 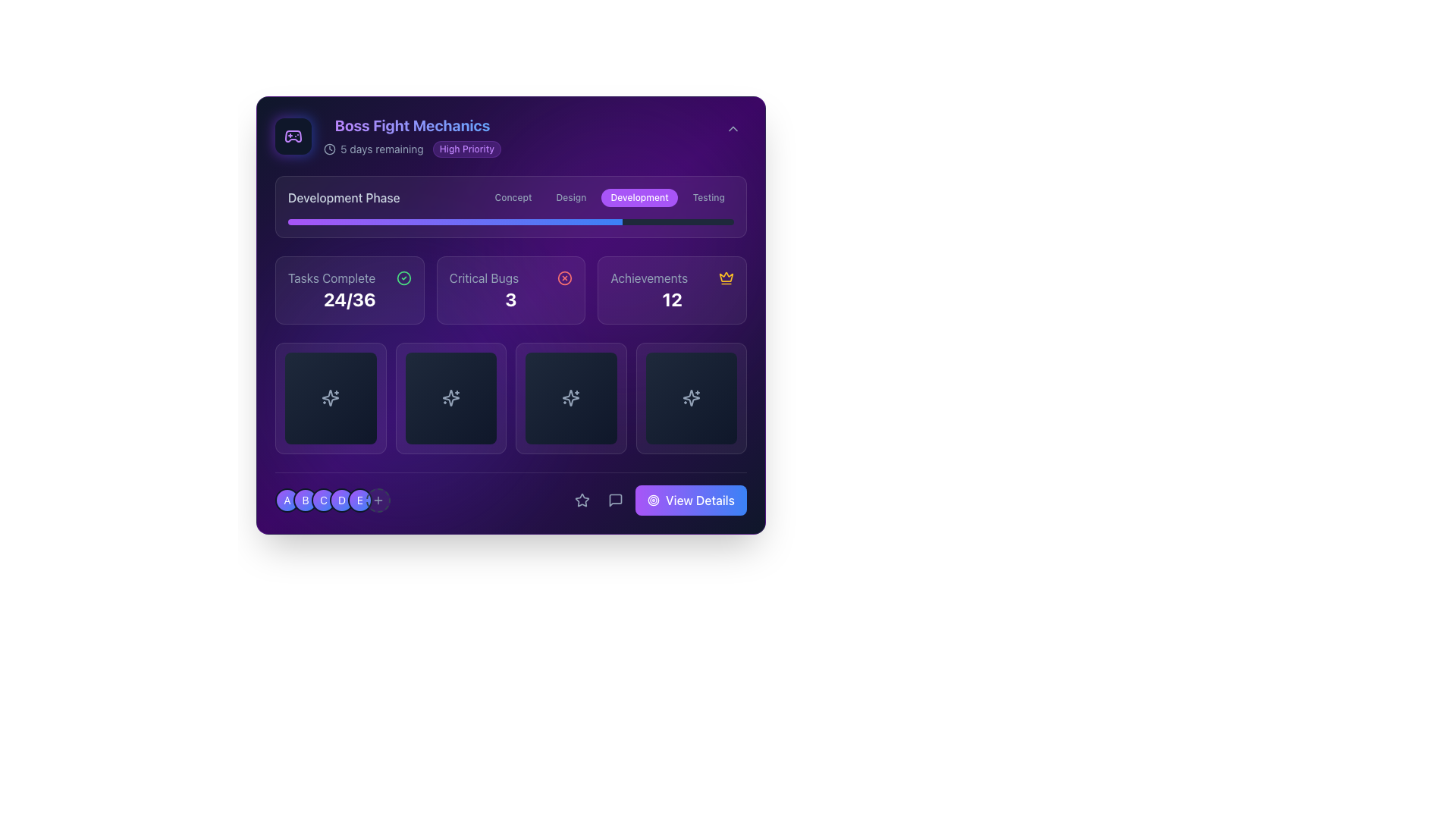 I want to click on the composite text and icon display component for task details that includes a game controller icon, the title 'Boss Fight Mechanics', and additional text indicating '5 days remaining' and 'High Priority', so click(x=388, y=136).